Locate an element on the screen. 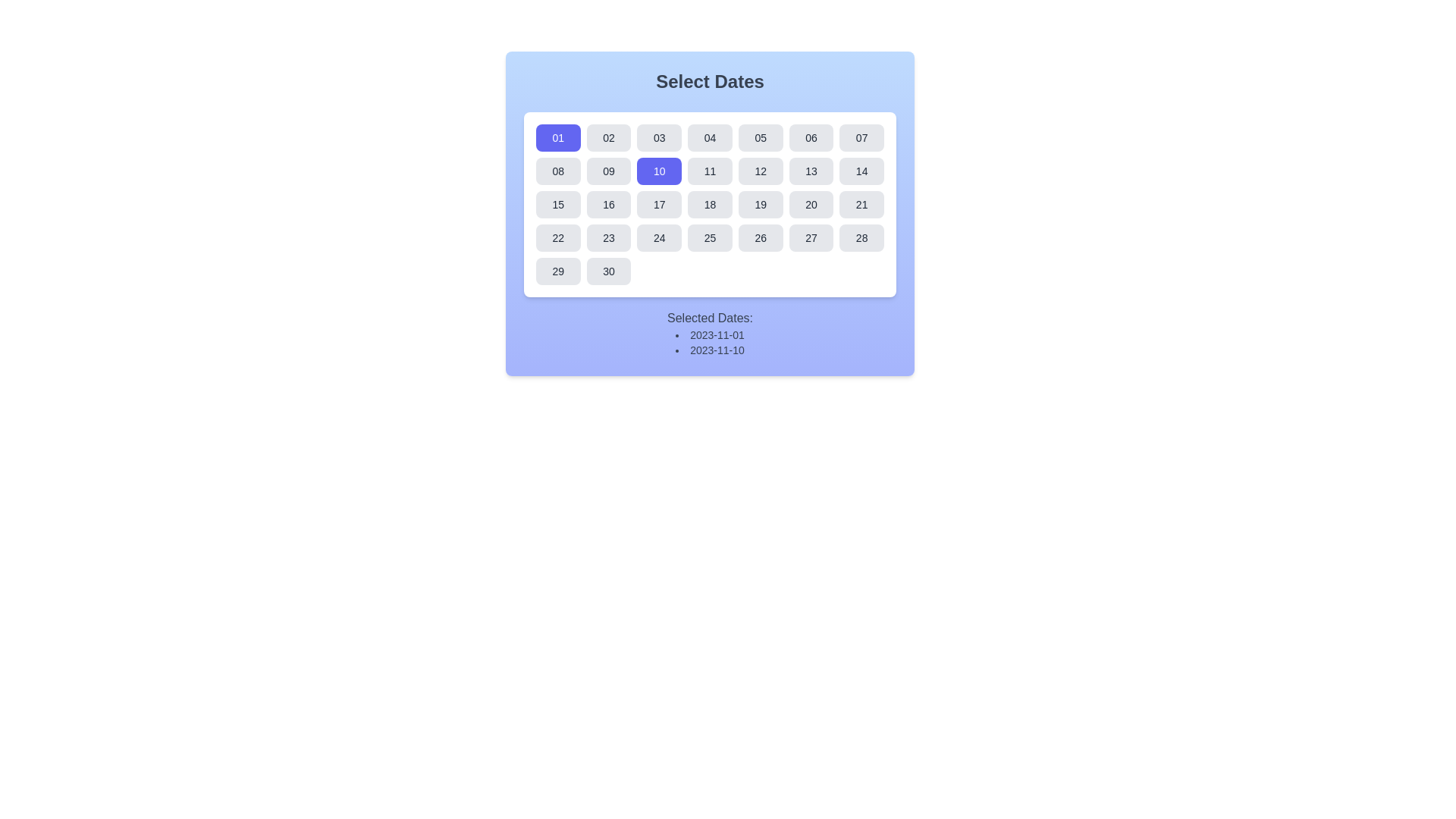 The height and width of the screenshot is (819, 1456). the button displaying '25' in the calendar grid, located in the fifth column and fourth row is located at coordinates (709, 237).